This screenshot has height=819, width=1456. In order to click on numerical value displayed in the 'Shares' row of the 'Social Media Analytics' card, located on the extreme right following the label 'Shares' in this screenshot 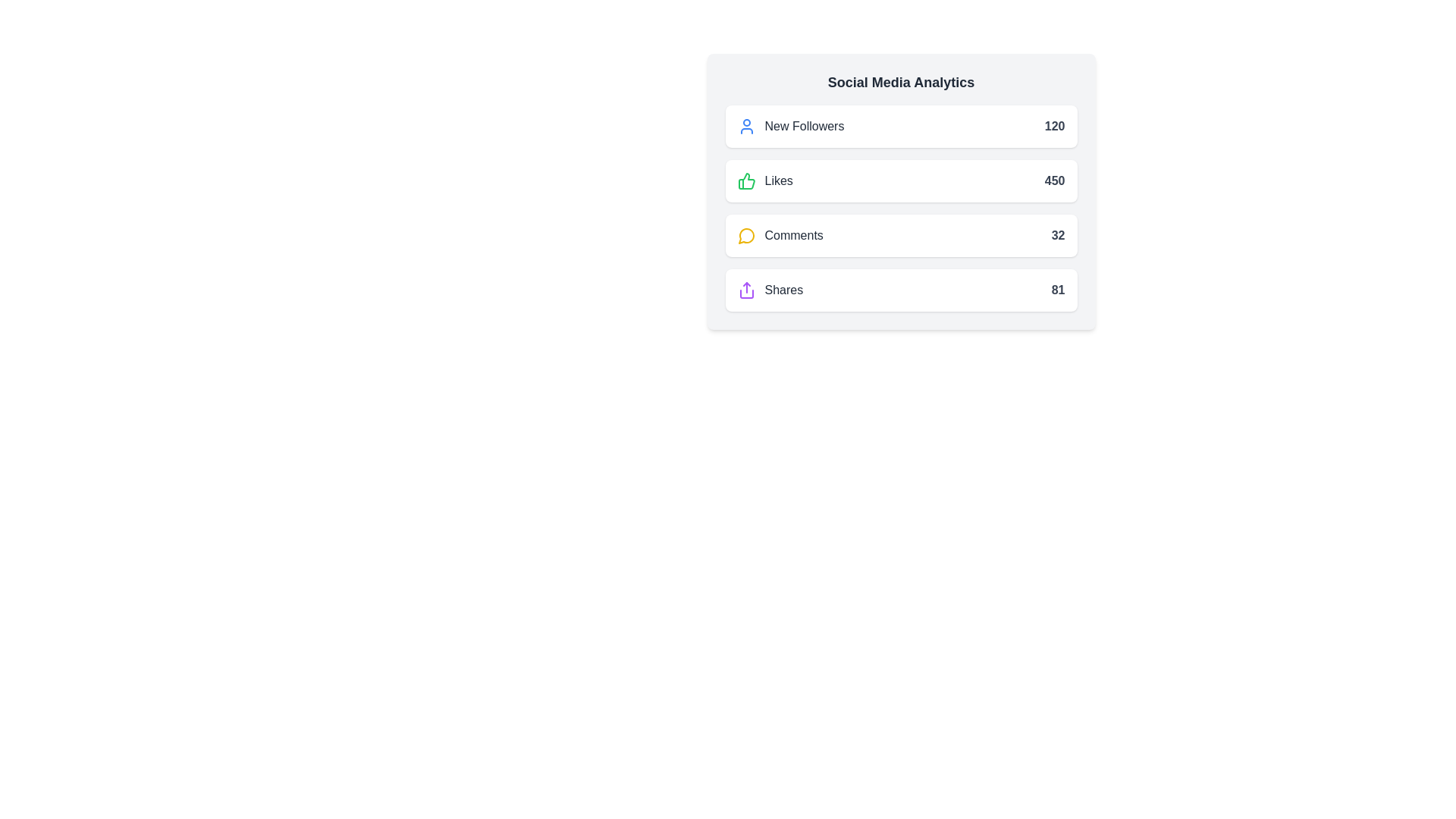, I will do `click(1057, 290)`.